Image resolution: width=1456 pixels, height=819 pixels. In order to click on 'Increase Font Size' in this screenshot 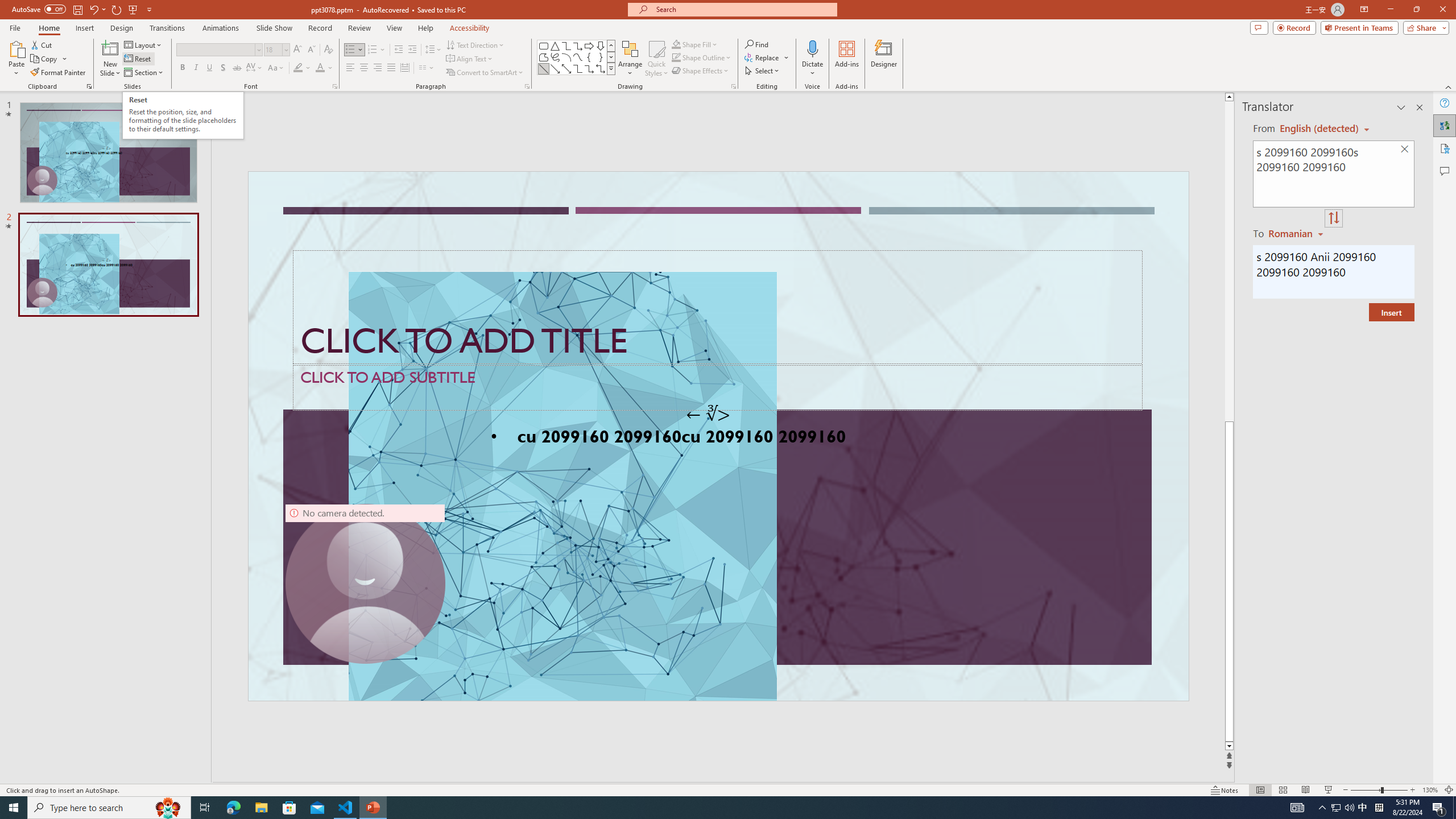, I will do `click(297, 49)`.